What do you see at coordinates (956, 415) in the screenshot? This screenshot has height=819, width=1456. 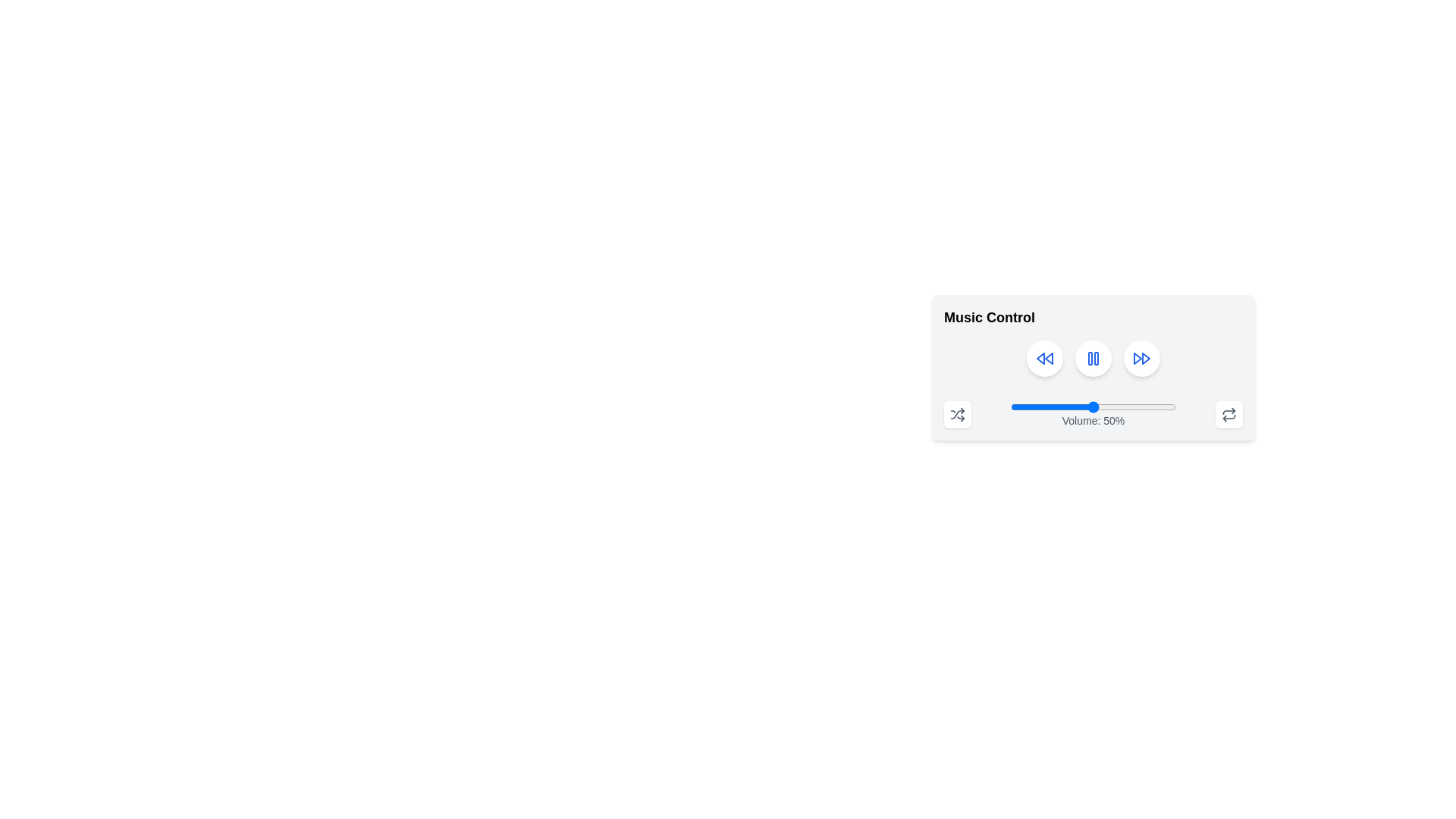 I see `the shuffle icon button located in the bottom-right corner of the Music Control interface` at bounding box center [956, 415].